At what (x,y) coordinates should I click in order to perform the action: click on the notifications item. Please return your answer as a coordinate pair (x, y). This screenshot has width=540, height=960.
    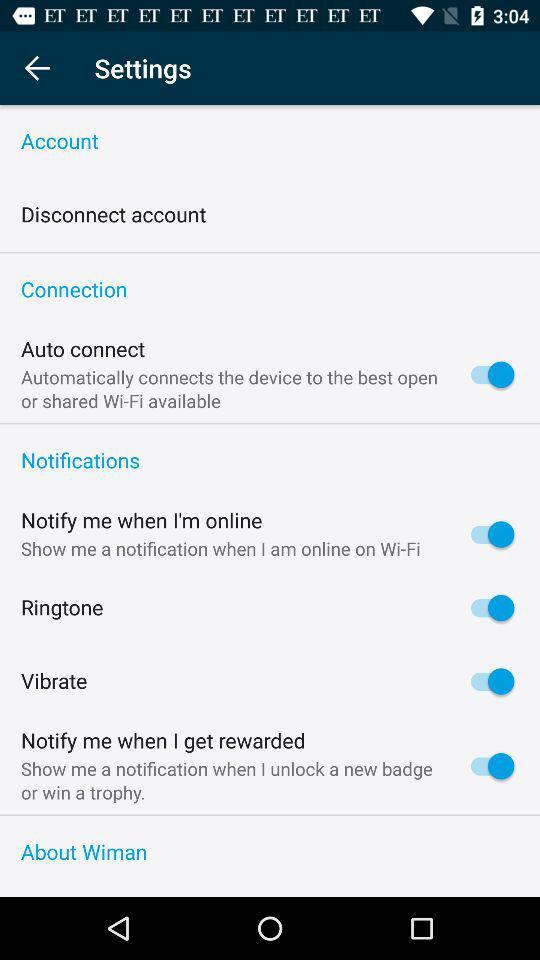
    Looking at the image, I should click on (270, 461).